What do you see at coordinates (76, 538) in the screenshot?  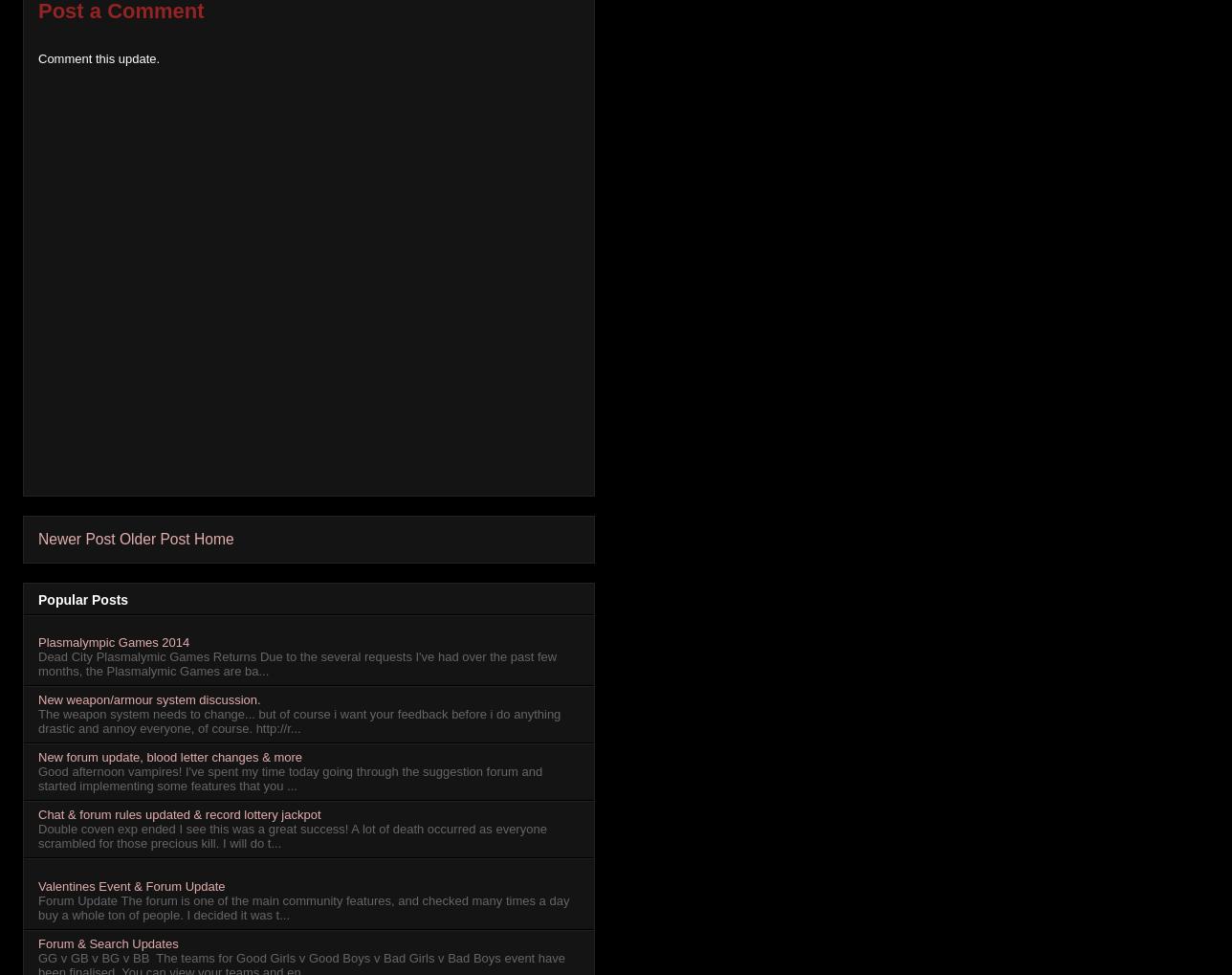 I see `'Newer Post'` at bounding box center [76, 538].